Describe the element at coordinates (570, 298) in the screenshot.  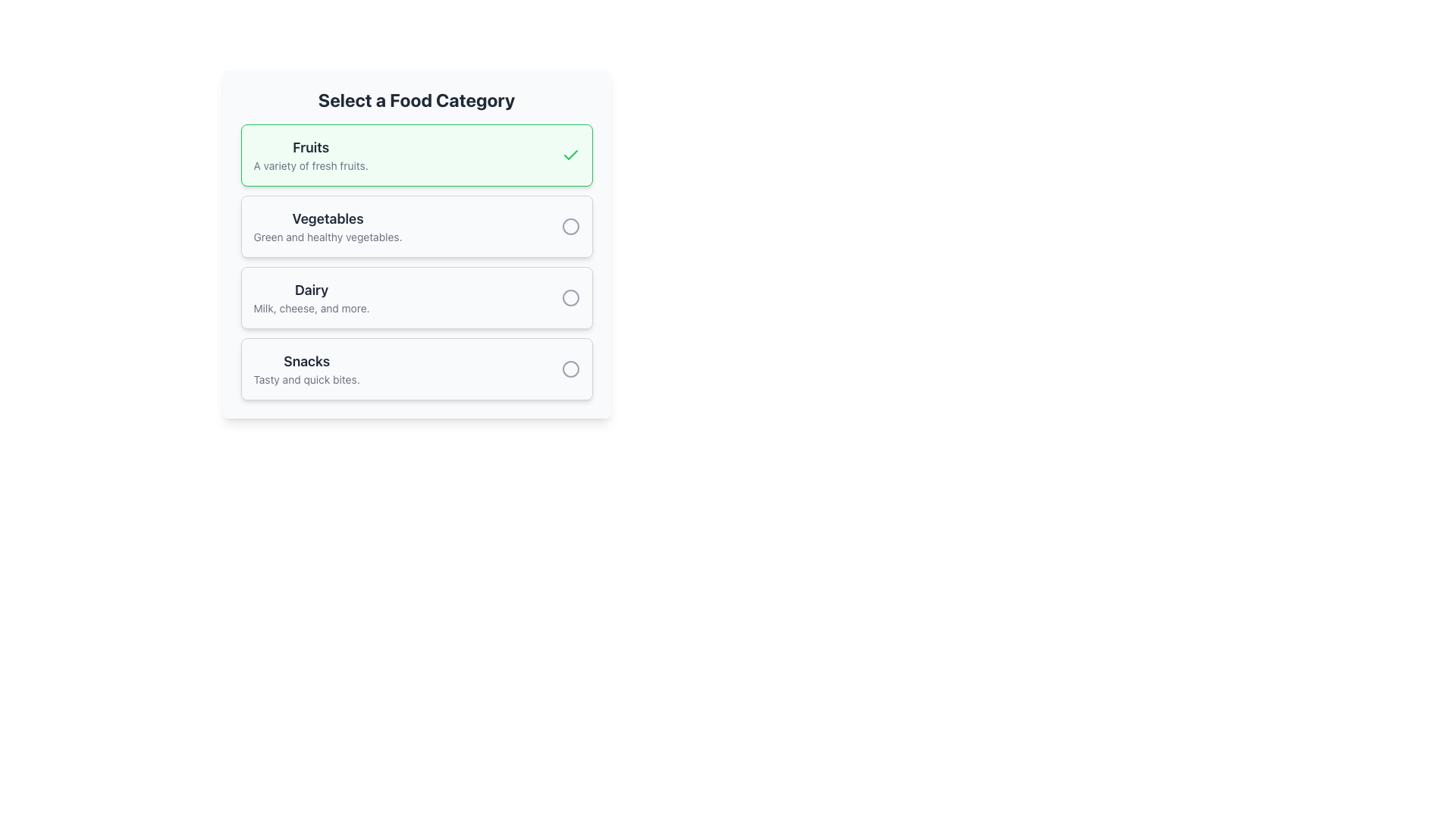
I see `the 'Dairy' category radio button` at that location.